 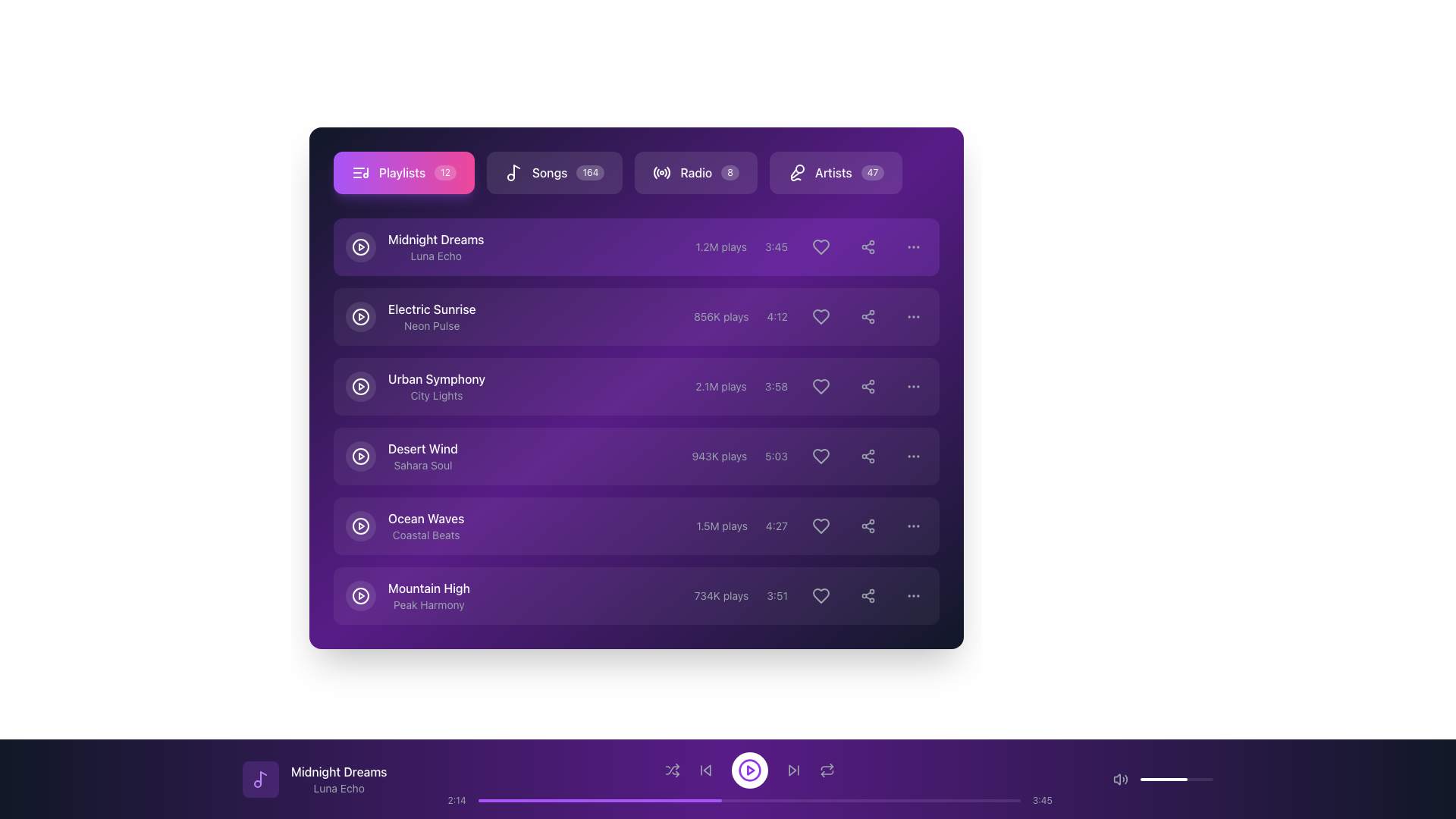 What do you see at coordinates (868, 526) in the screenshot?
I see `the sharing icon located in the fourth row of the playlist interface, on the far right, adjacent to the heart icon, to share the 'Ocean Waves' track` at bounding box center [868, 526].